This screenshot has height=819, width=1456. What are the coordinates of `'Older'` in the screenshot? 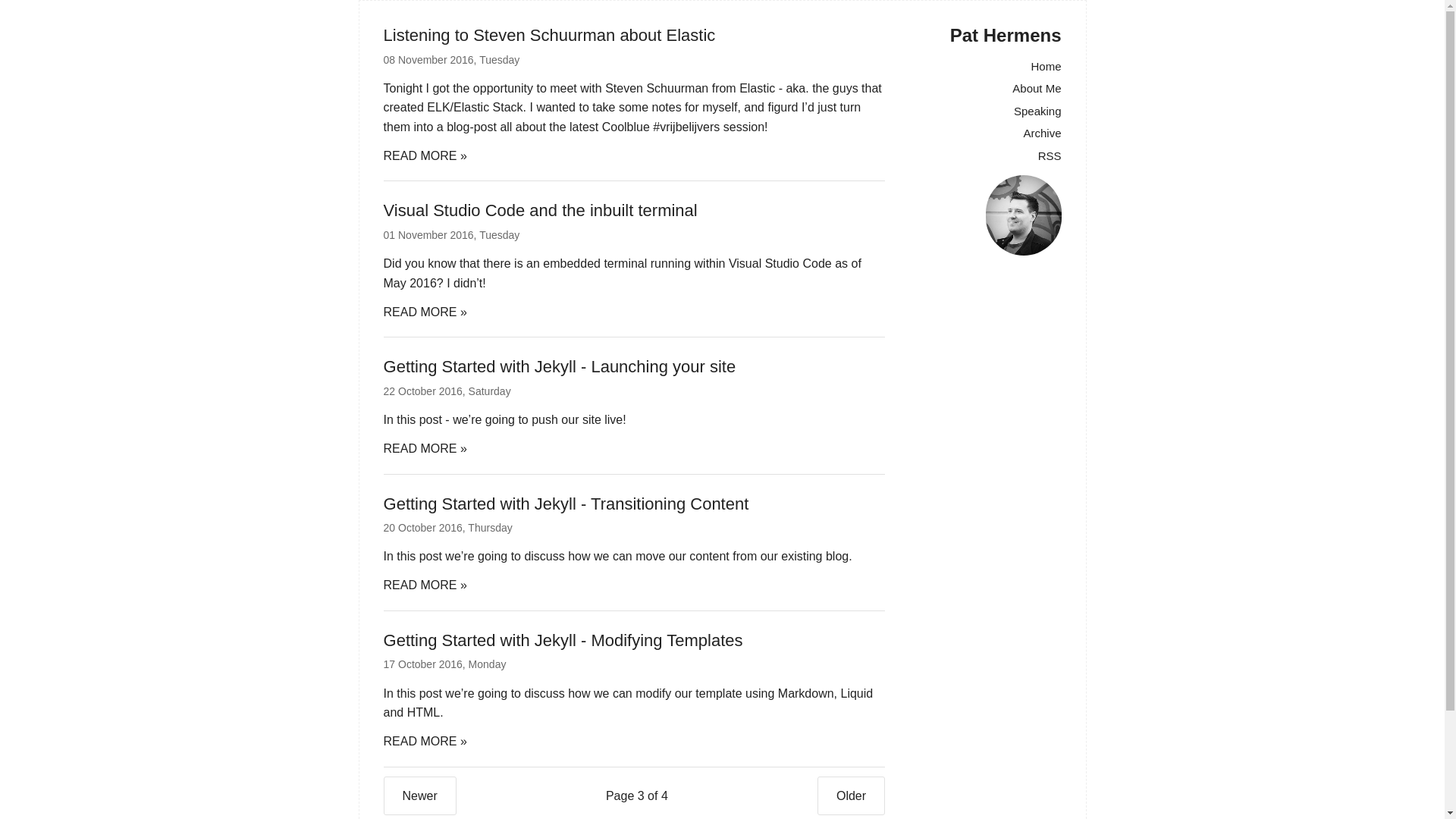 It's located at (851, 795).